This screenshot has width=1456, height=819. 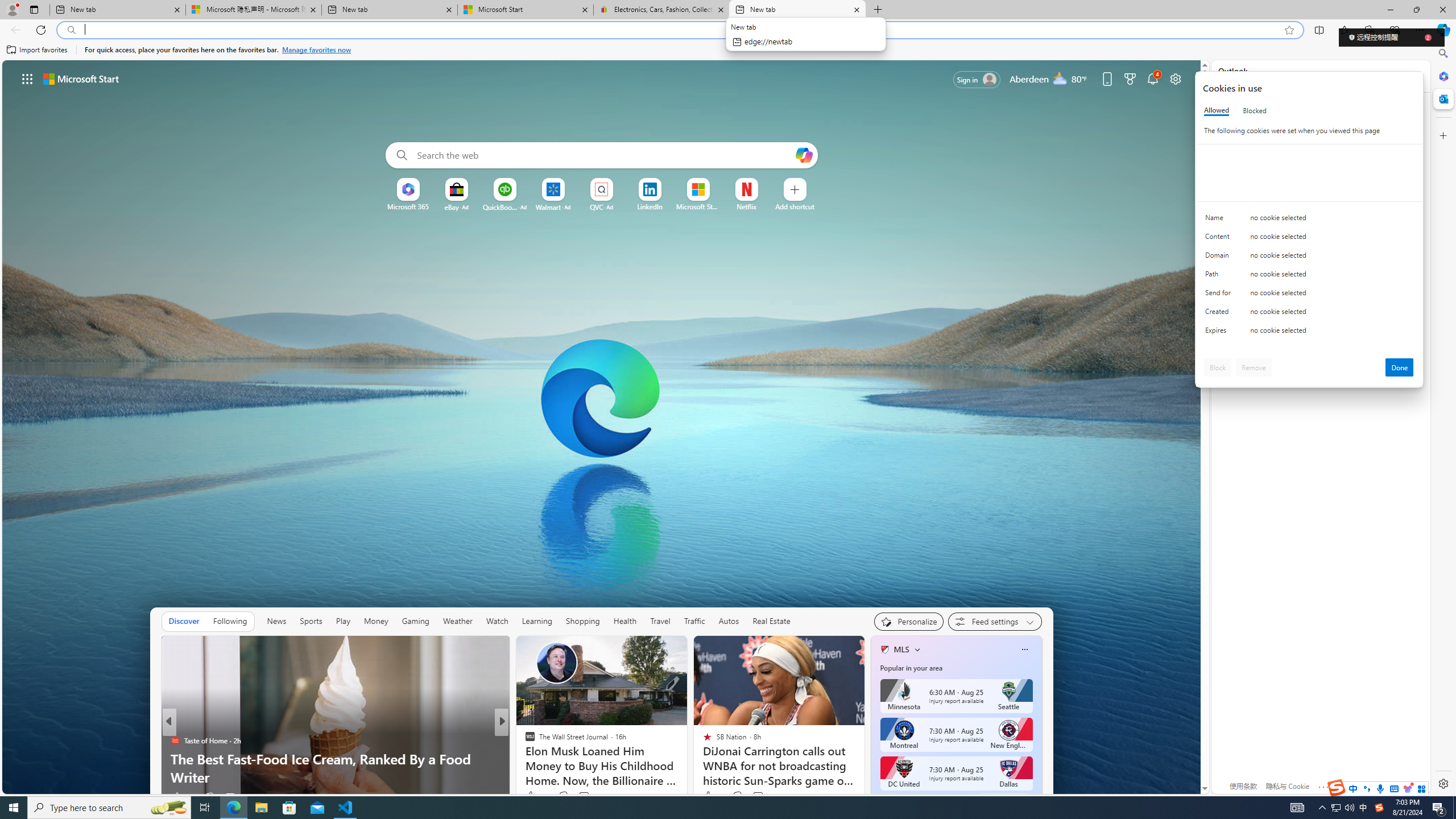 I want to click on '445 Like', so click(x=532, y=797).